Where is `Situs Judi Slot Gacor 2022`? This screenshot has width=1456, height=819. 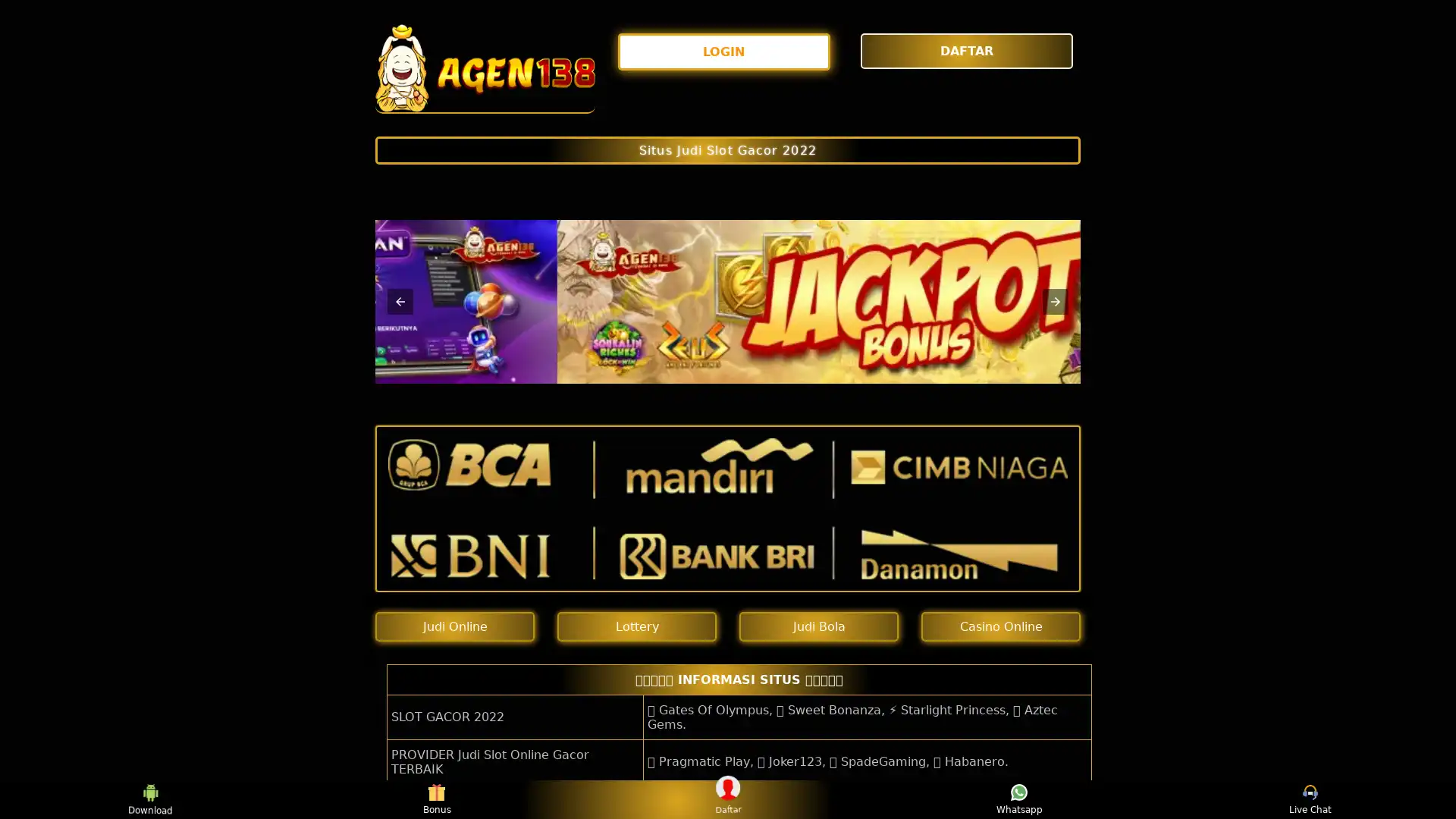
Situs Judi Slot Gacor 2022 is located at coordinates (728, 149).